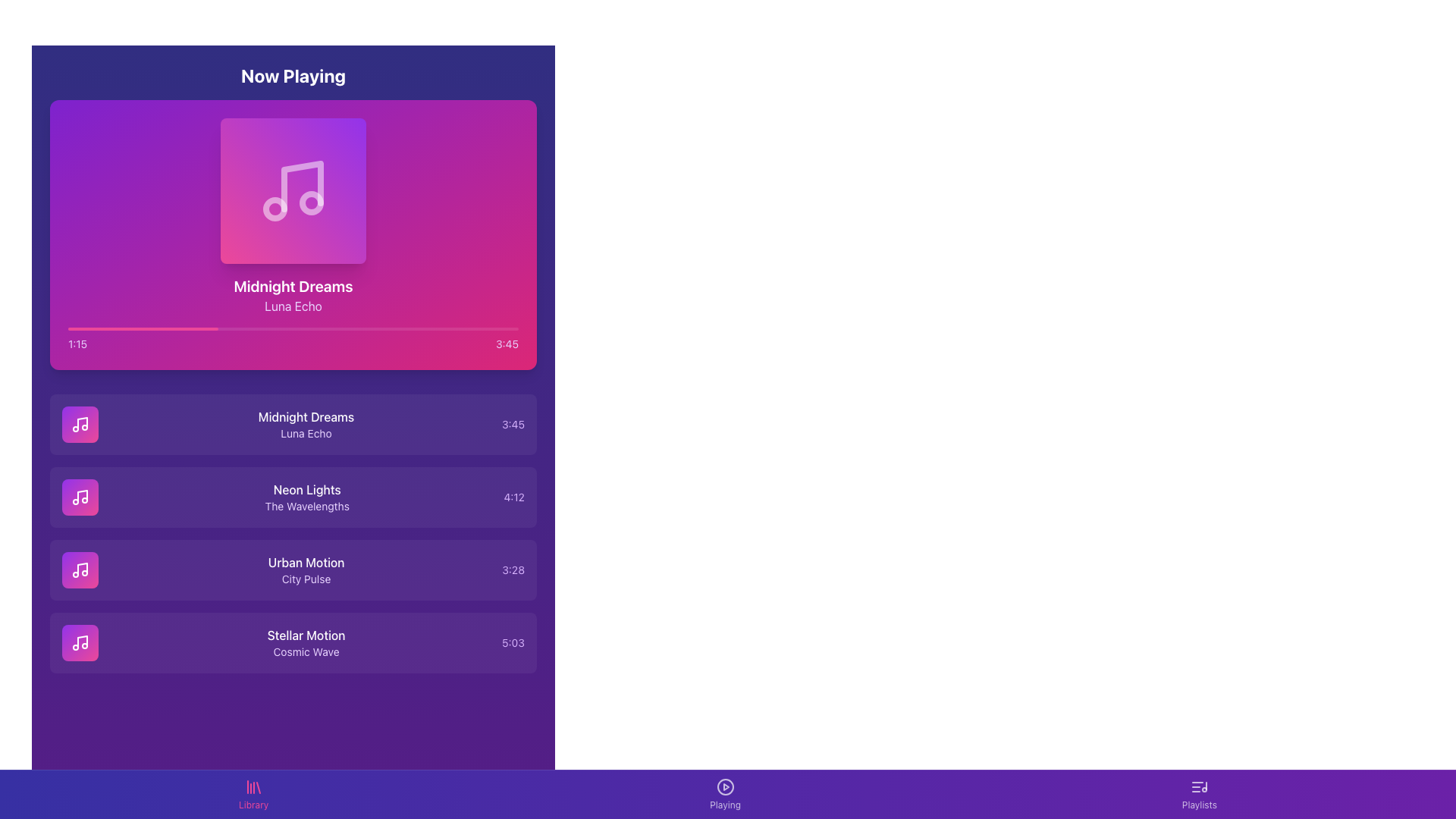 Image resolution: width=1456 pixels, height=819 pixels. What do you see at coordinates (293, 424) in the screenshot?
I see `the first song entry in the list located below the 'Now Playing' section` at bounding box center [293, 424].